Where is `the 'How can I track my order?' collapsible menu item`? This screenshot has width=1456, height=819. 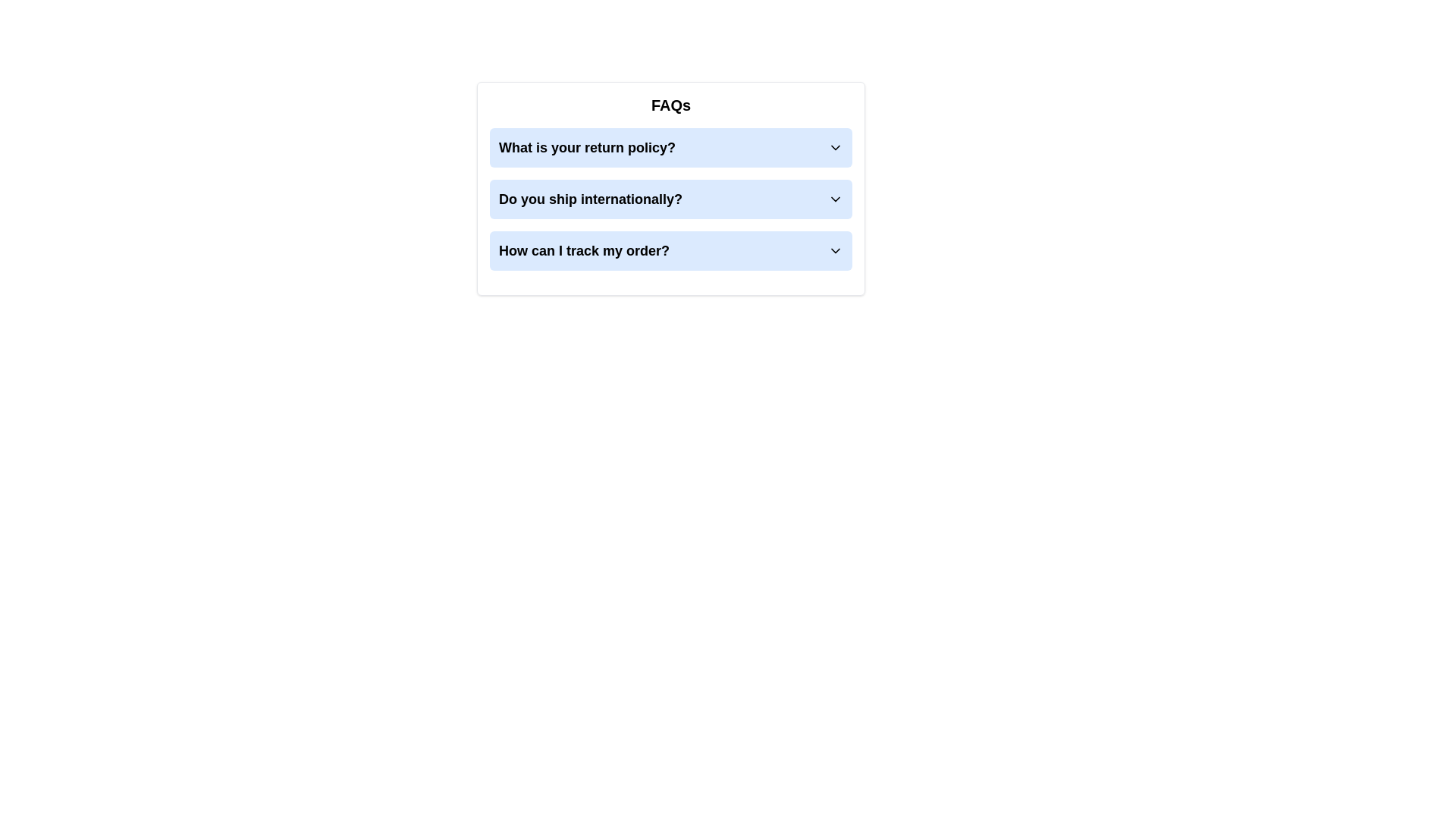
the 'How can I track my order?' collapsible menu item is located at coordinates (670, 250).